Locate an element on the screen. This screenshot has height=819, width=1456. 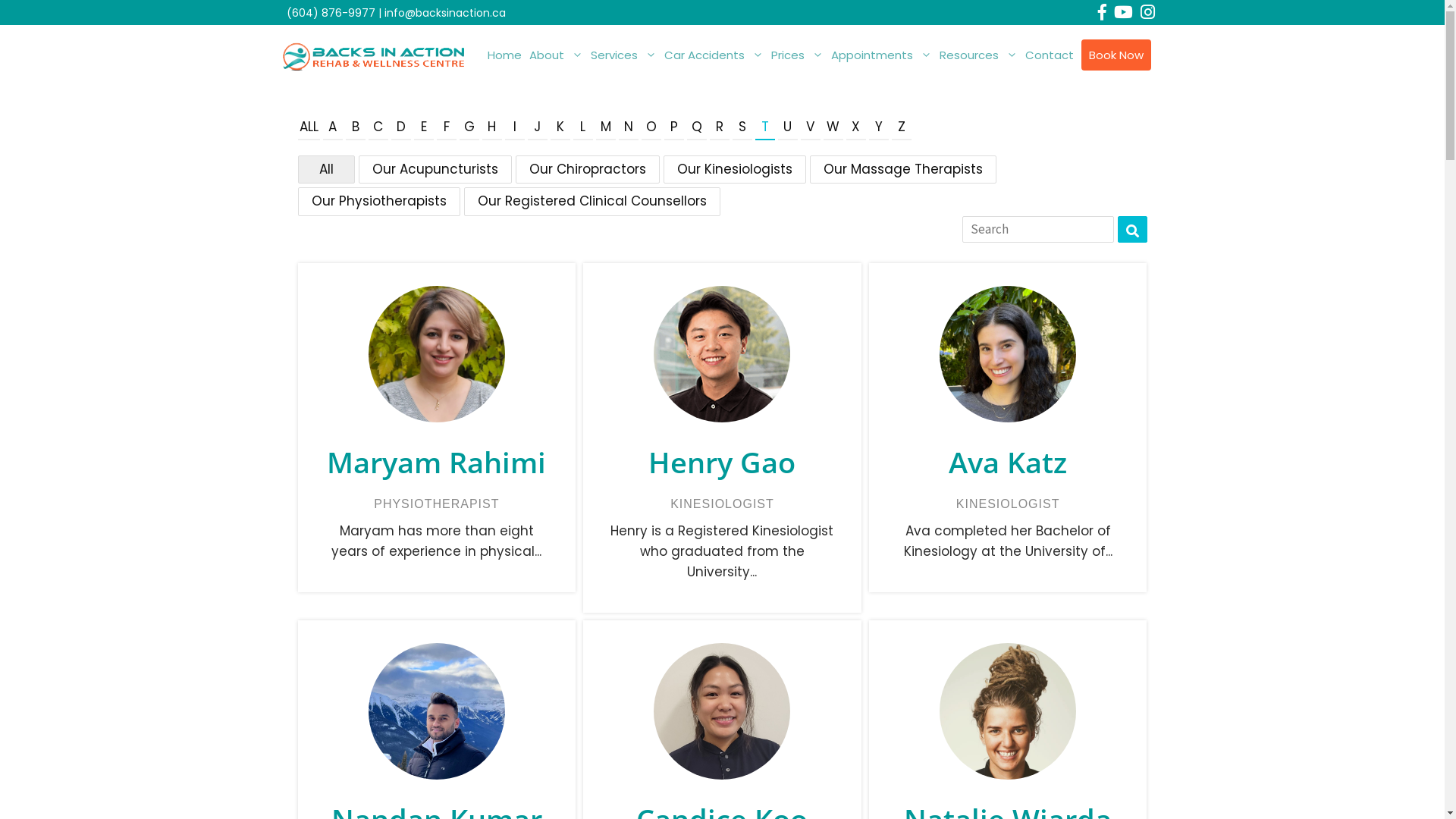
'Resources' is located at coordinates (978, 55).